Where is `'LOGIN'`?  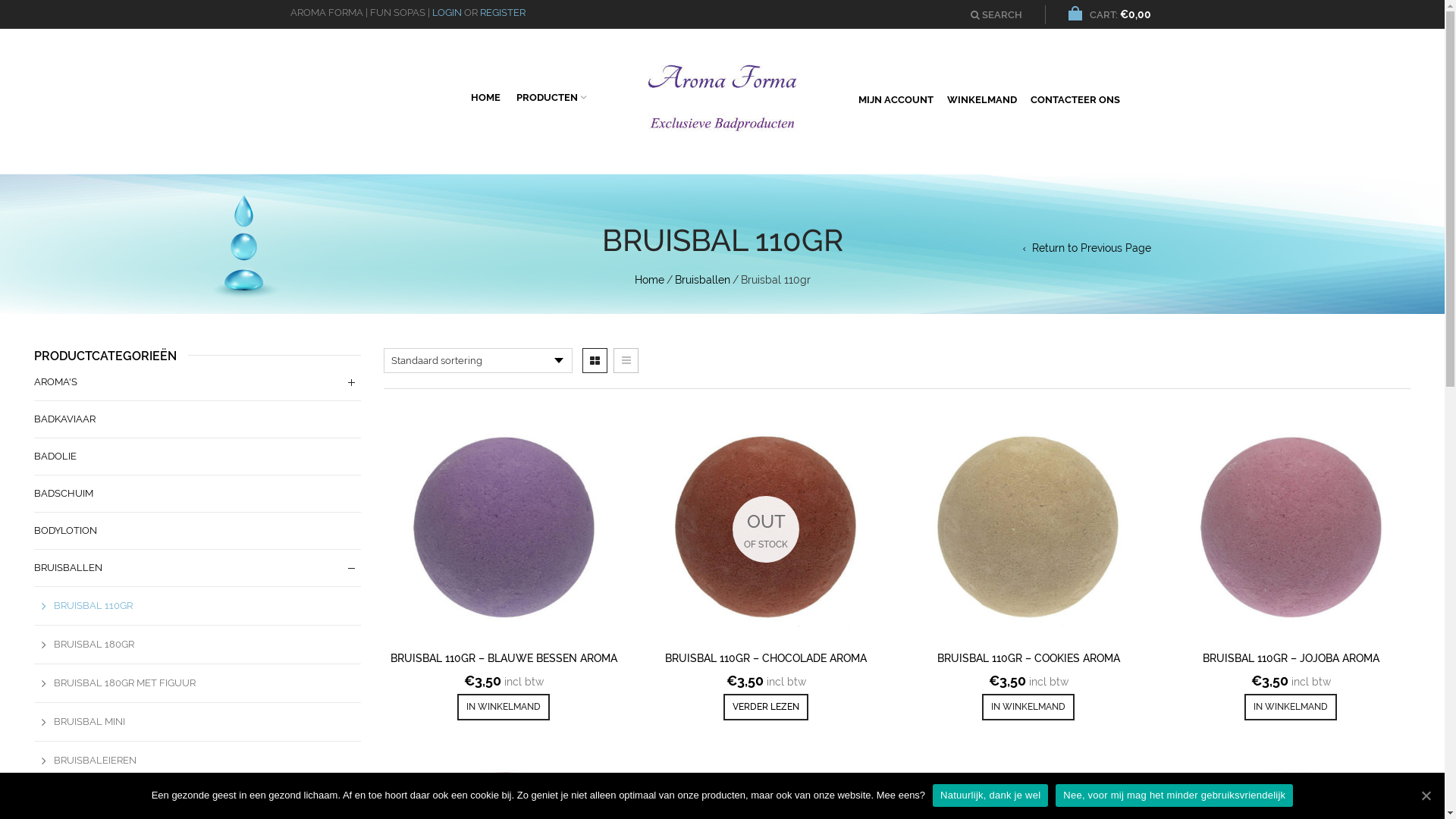
'LOGIN' is located at coordinates (431, 12).